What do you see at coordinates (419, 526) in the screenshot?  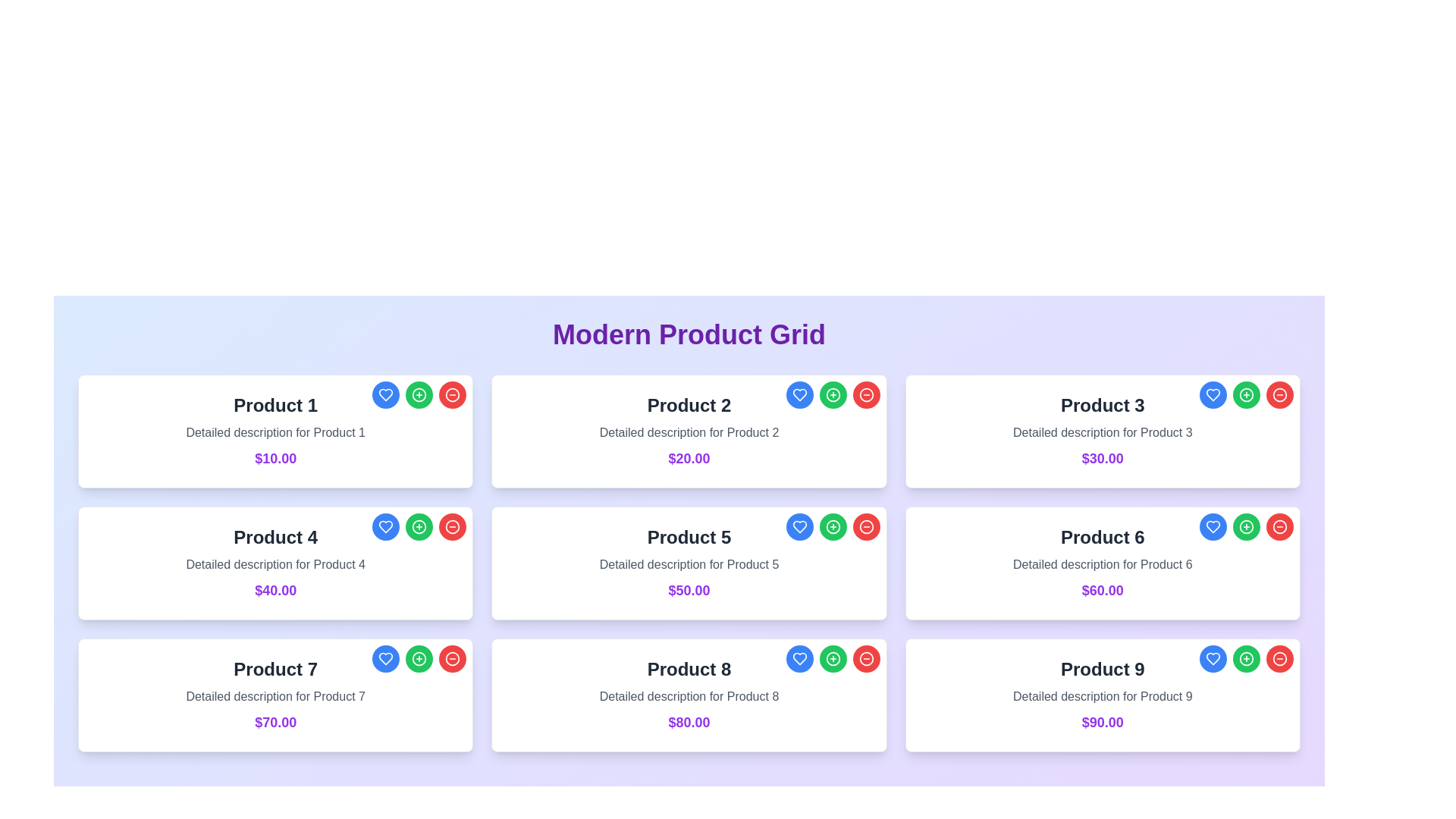 I see `the green circular button with a white plus icon located in the top-right corner of the 'Product 4' card` at bounding box center [419, 526].